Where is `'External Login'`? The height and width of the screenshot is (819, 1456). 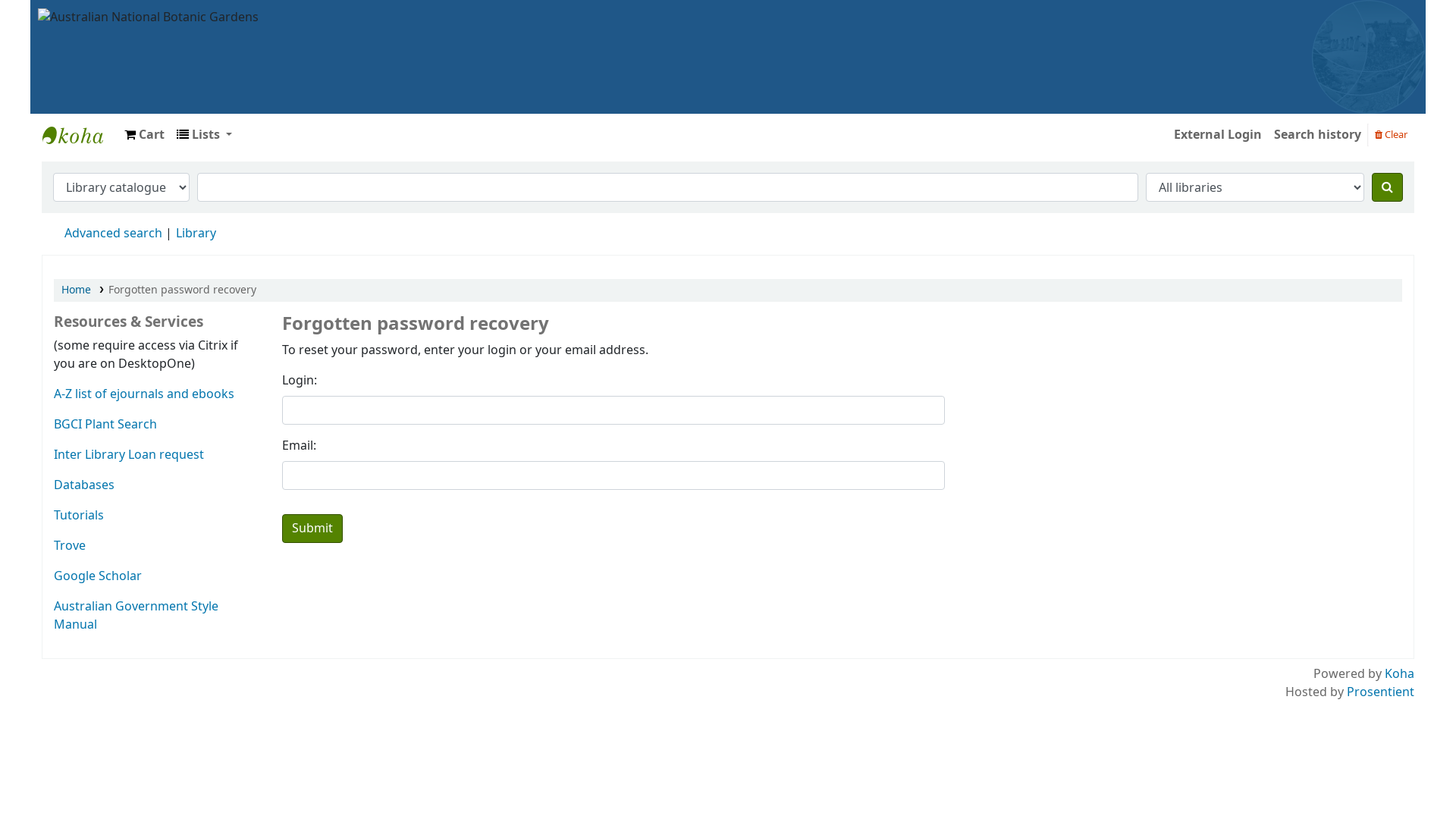
'External Login' is located at coordinates (1218, 133).